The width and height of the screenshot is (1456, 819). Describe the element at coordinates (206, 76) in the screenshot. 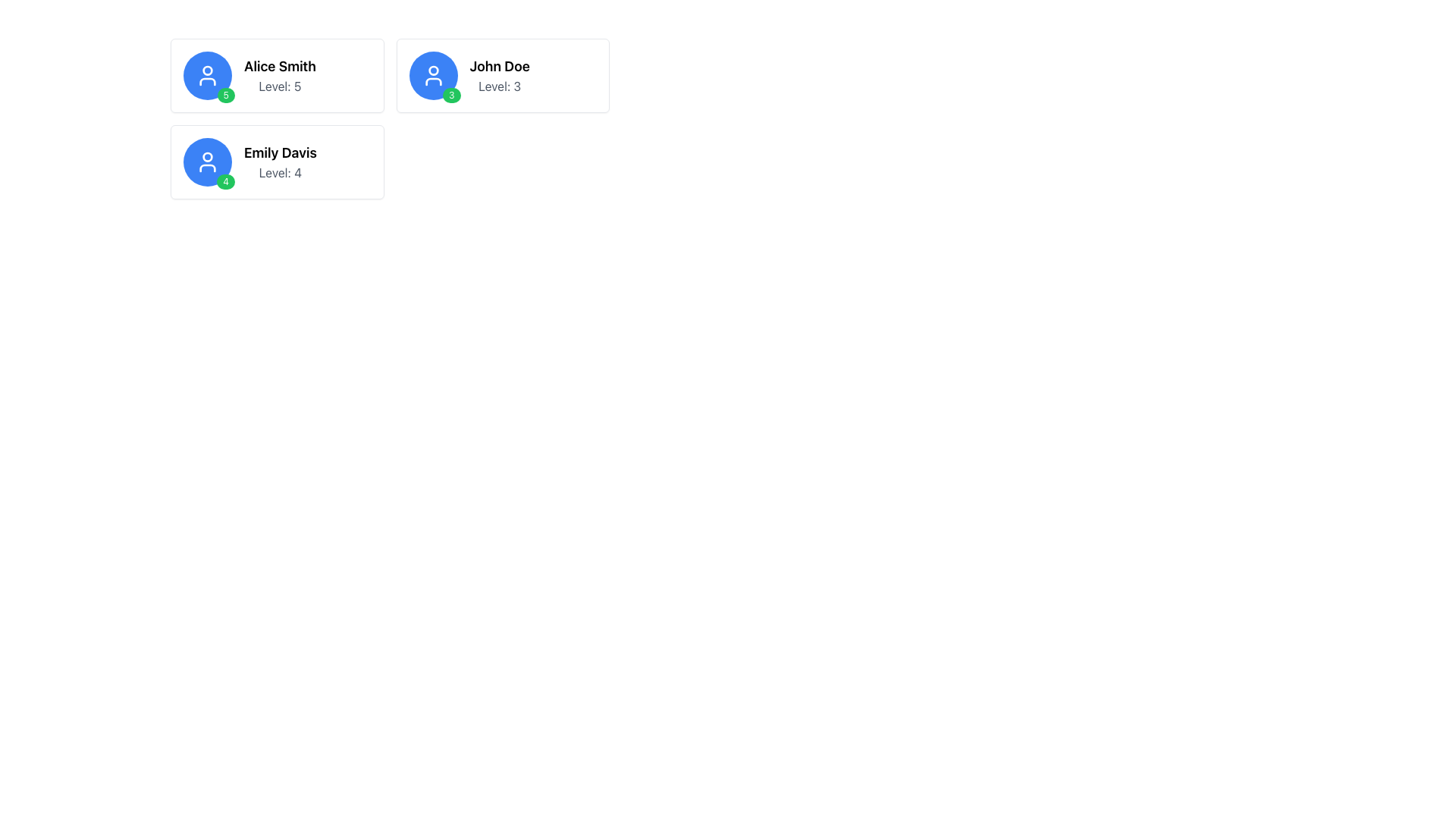

I see `the Avatar with Badge representing the user identifier for Alice Smith, located in the top-left corner of the card displaying 'Level: 5'` at that location.